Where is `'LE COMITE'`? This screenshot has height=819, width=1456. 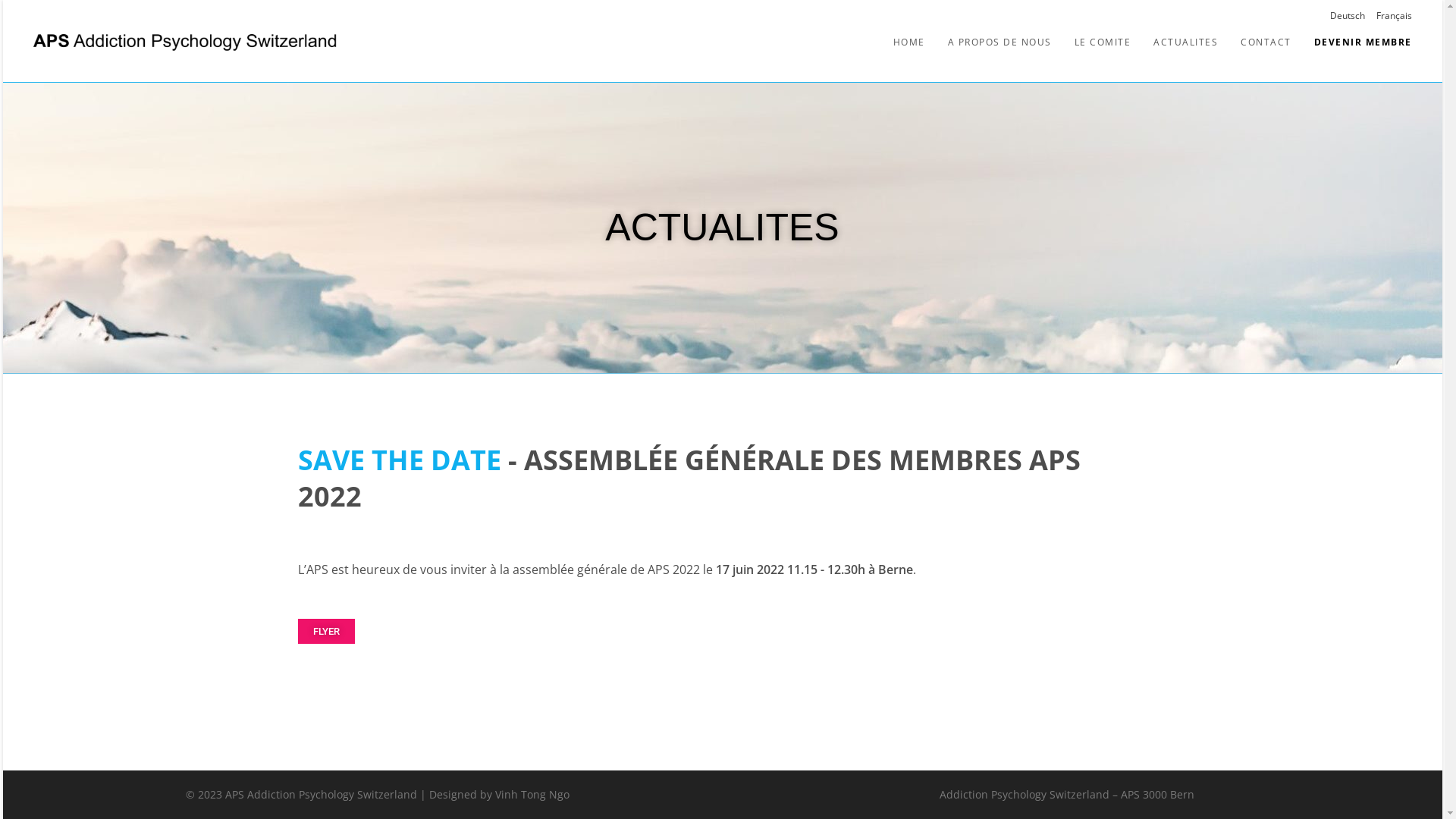 'LE COMITE' is located at coordinates (1103, 41).